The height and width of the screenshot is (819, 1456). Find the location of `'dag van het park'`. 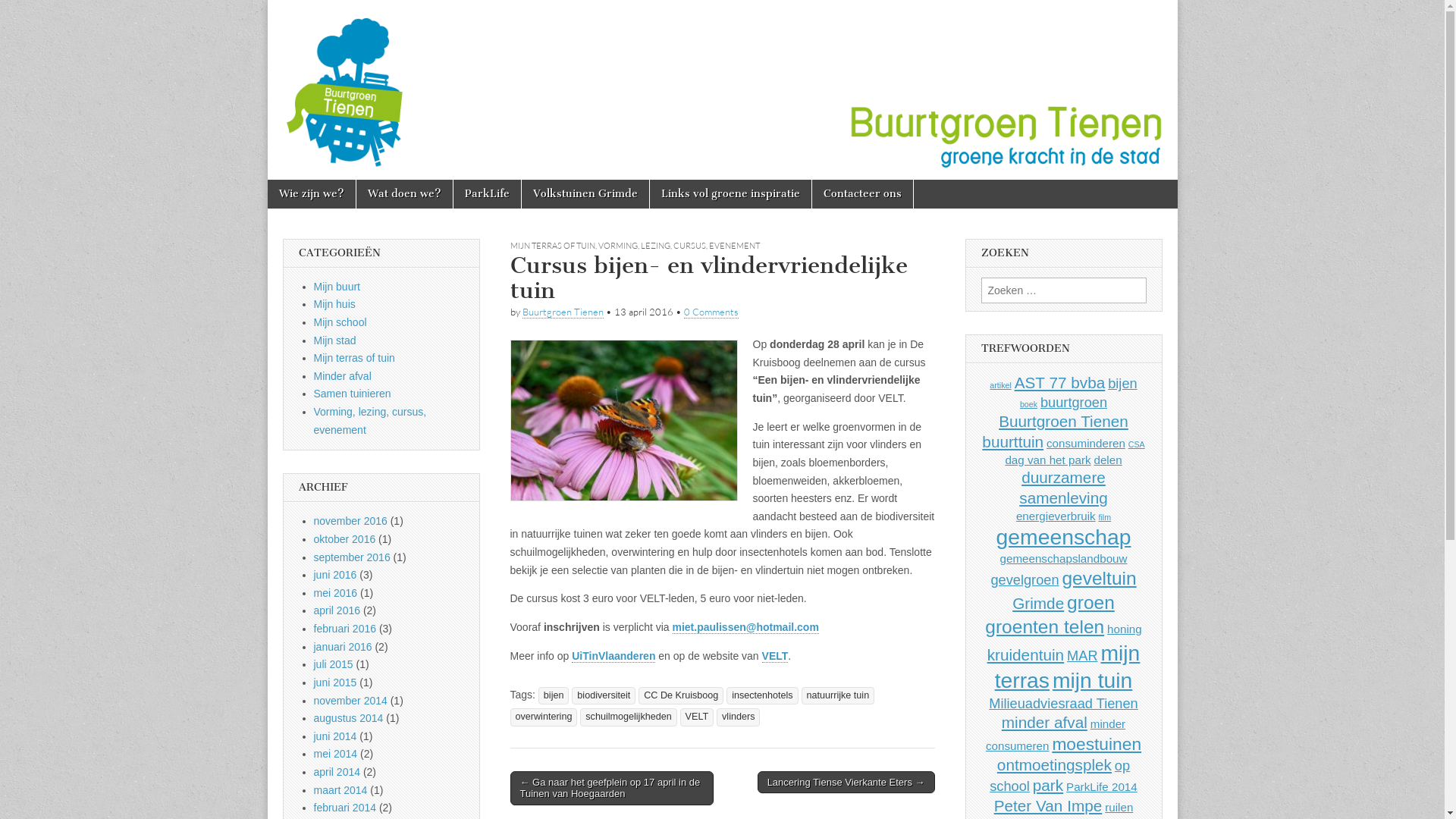

'dag van het park' is located at coordinates (1046, 459).